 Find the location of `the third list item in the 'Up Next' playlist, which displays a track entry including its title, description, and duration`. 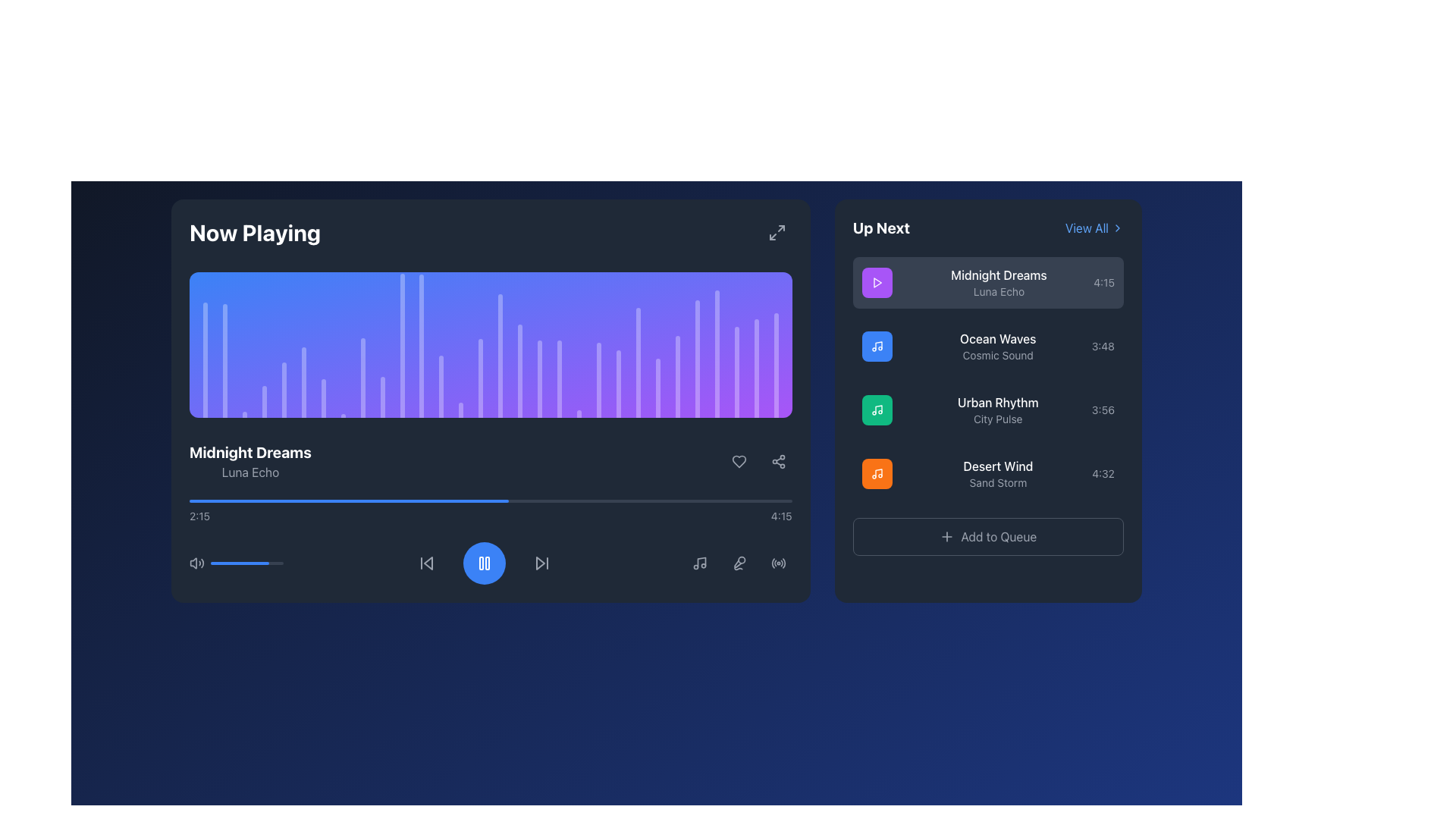

the third list item in the 'Up Next' playlist, which displays a track entry including its title, description, and duration is located at coordinates (988, 409).